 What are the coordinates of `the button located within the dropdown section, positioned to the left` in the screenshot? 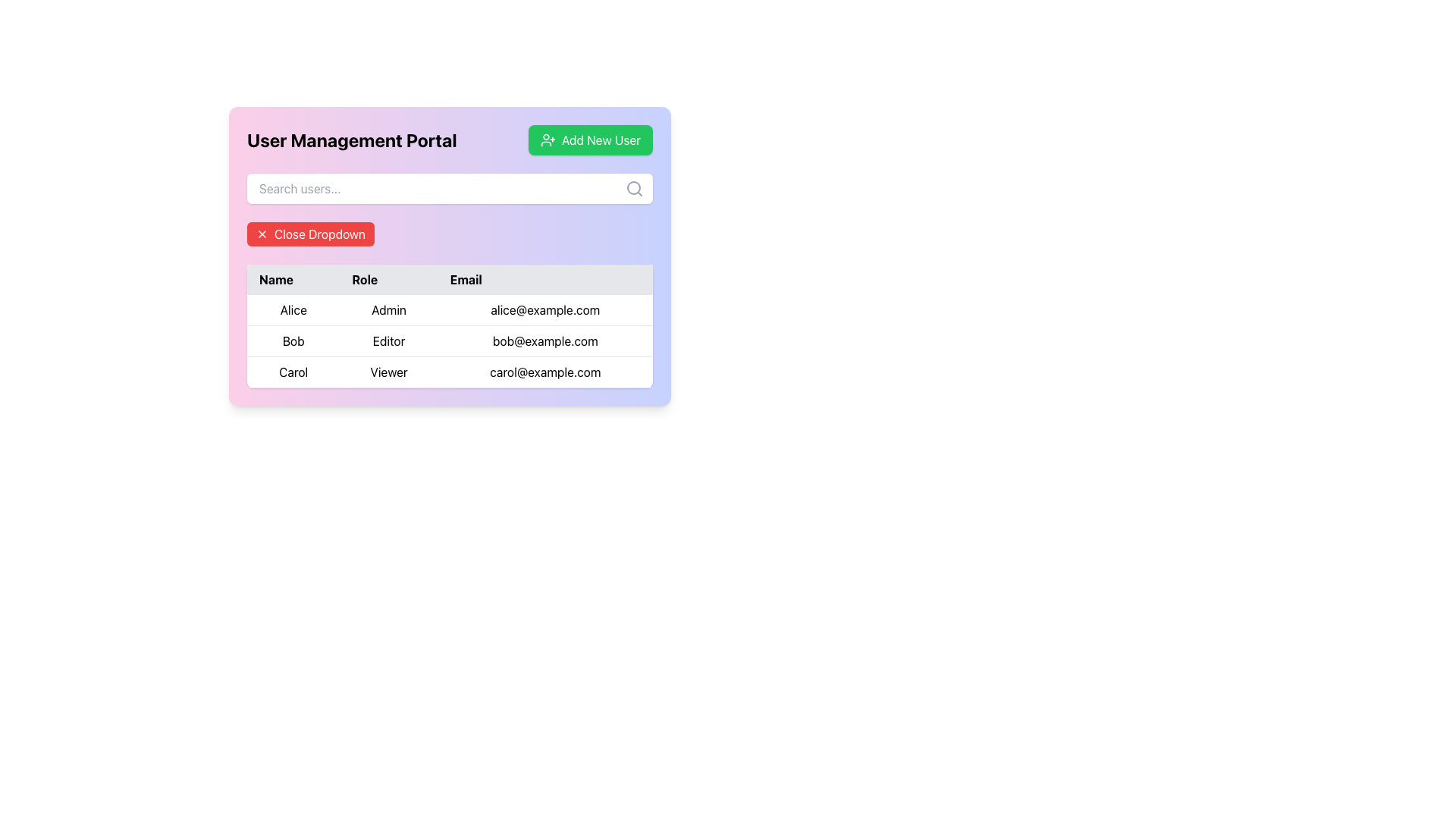 It's located at (449, 234).